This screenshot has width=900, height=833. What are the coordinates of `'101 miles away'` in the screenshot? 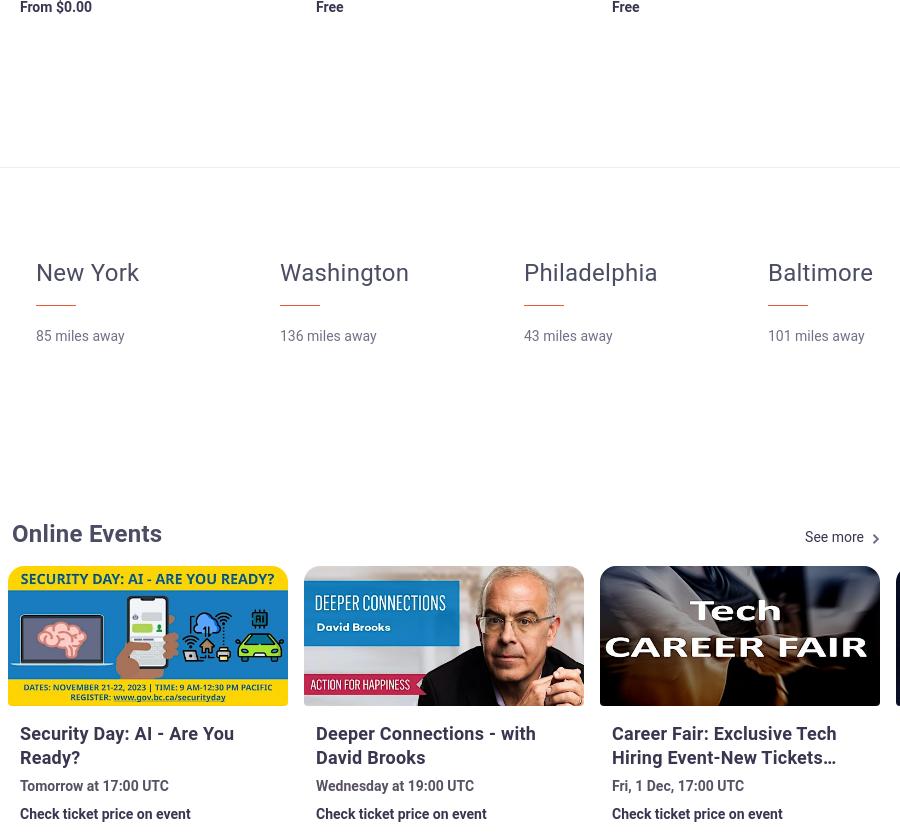 It's located at (766, 335).